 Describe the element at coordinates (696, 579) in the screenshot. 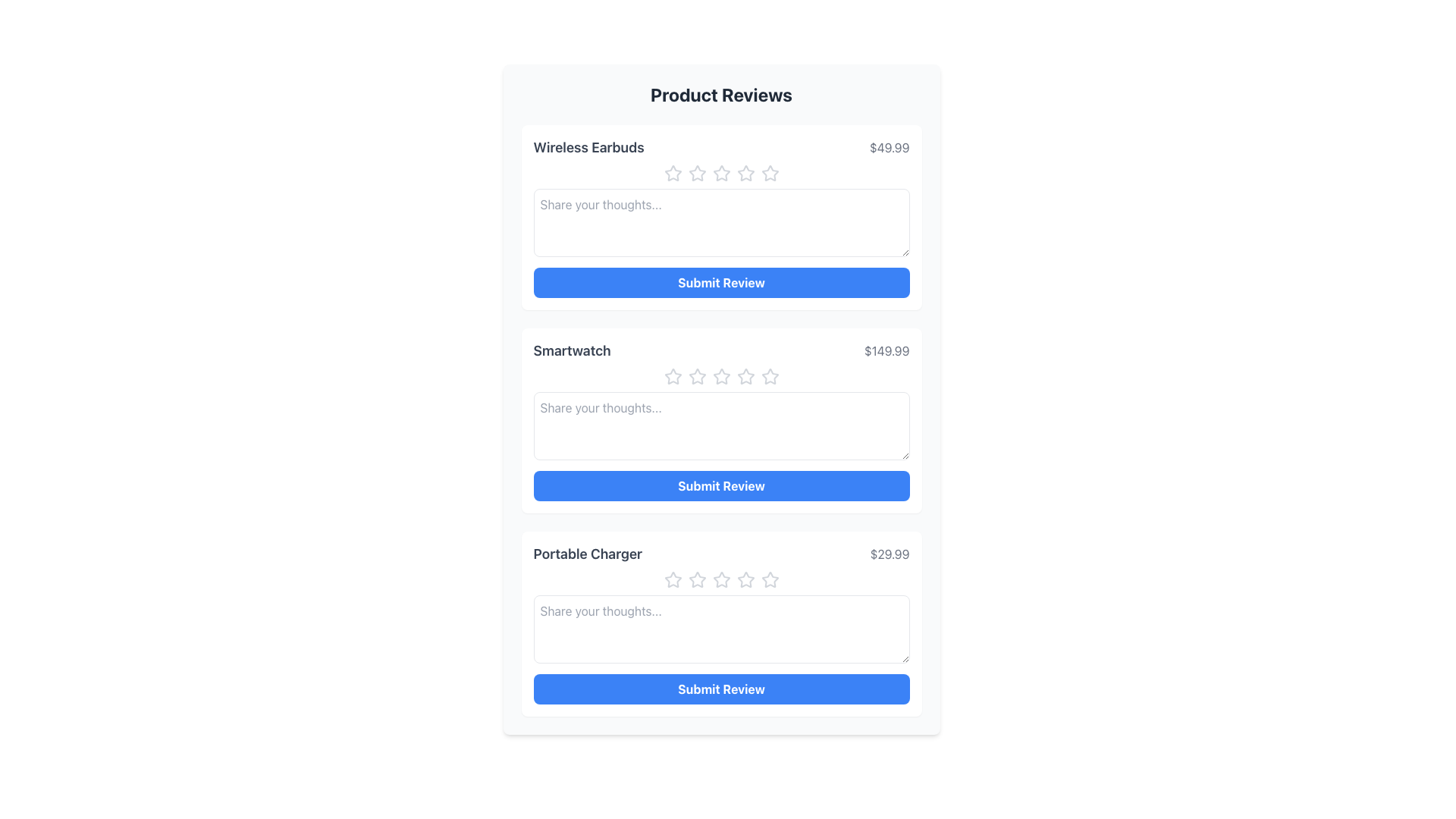

I see `the second star icon in the rating system for the 'Portable Charger' review` at that location.